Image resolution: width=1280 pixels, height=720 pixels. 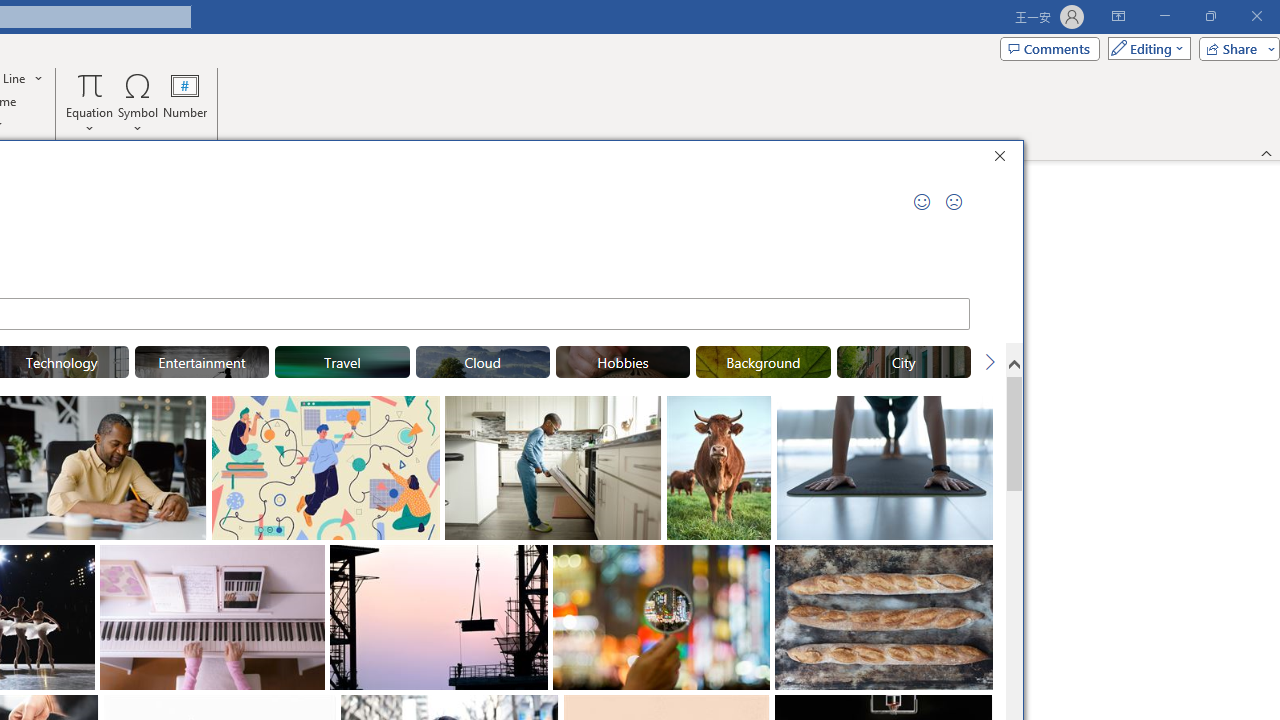 What do you see at coordinates (1144, 47) in the screenshot?
I see `'Editing'` at bounding box center [1144, 47].